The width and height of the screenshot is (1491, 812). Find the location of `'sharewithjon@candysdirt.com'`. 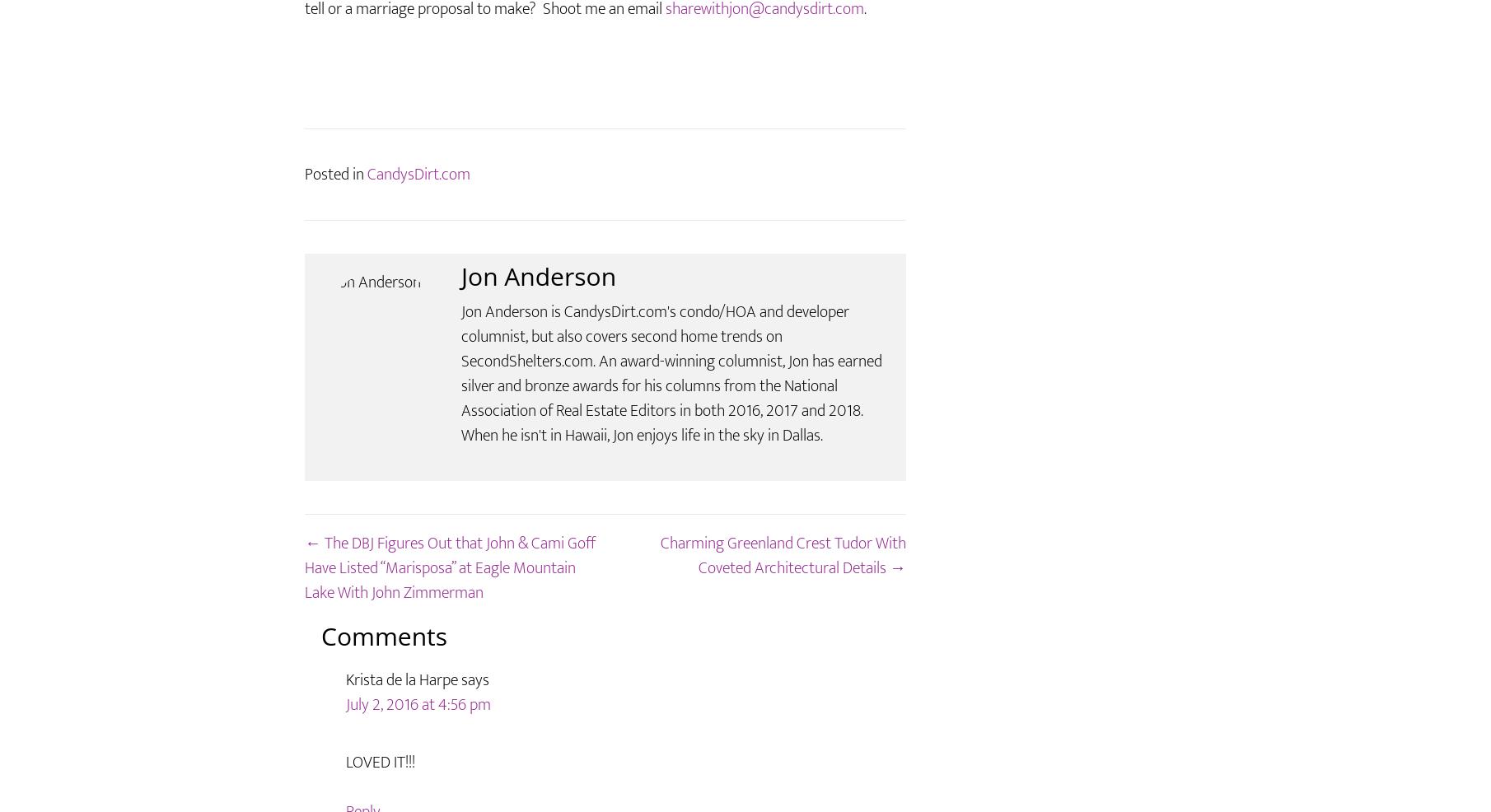

'sharewithjon@candysdirt.com' is located at coordinates (764, 56).